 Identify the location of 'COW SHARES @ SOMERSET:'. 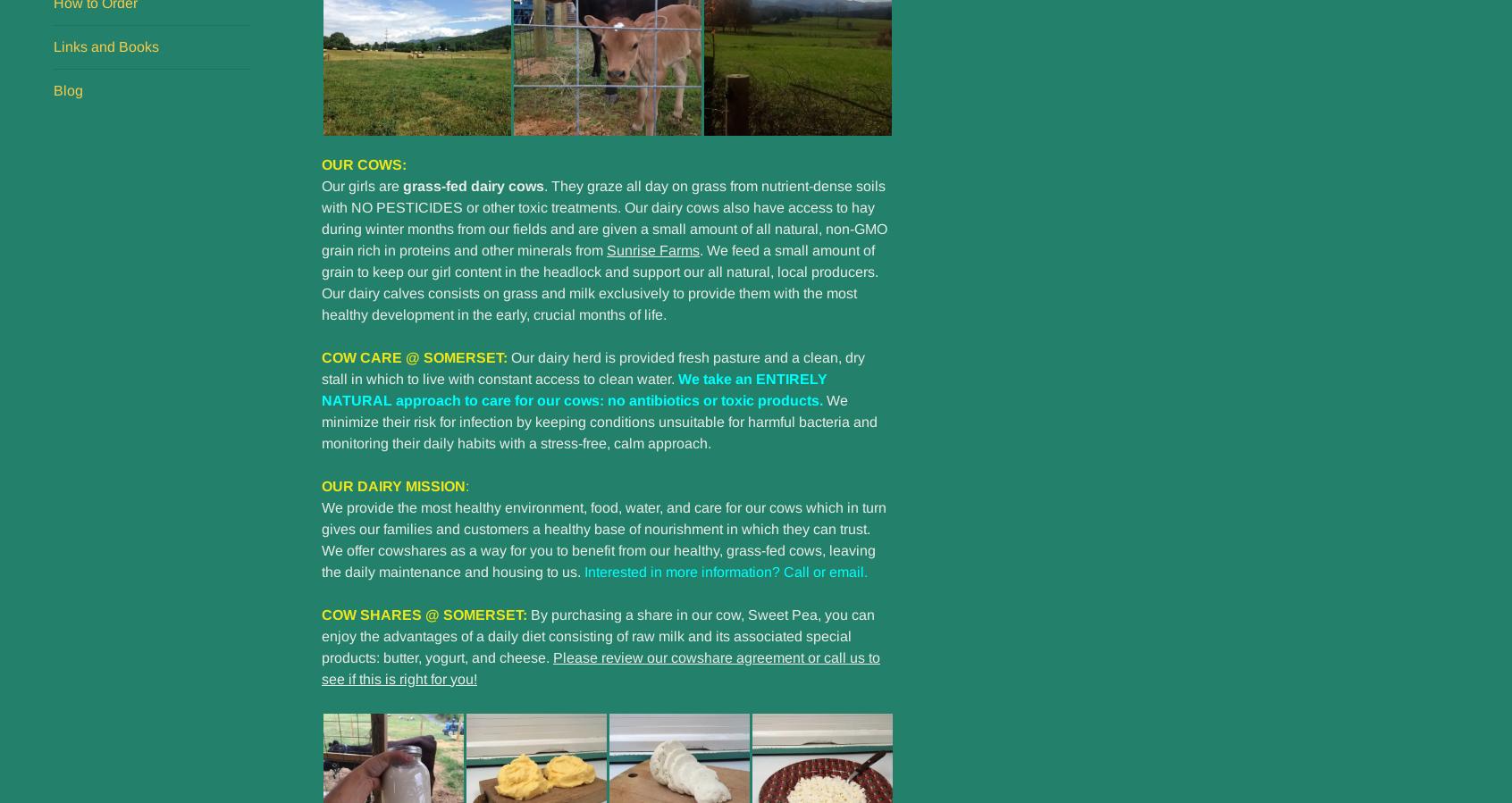
(423, 613).